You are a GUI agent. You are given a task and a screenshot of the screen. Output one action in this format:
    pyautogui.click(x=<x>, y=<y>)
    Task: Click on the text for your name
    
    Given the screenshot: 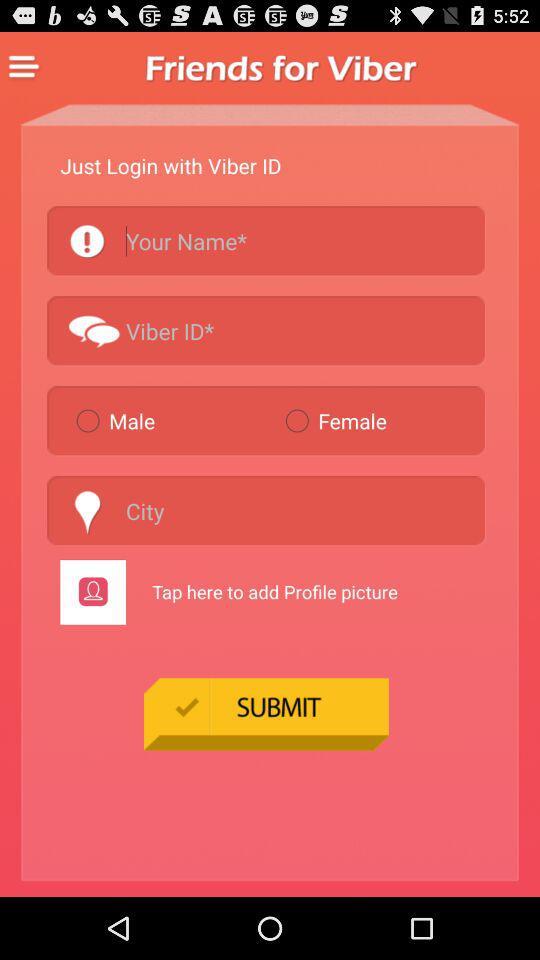 What is the action you would take?
    pyautogui.click(x=266, y=240)
    